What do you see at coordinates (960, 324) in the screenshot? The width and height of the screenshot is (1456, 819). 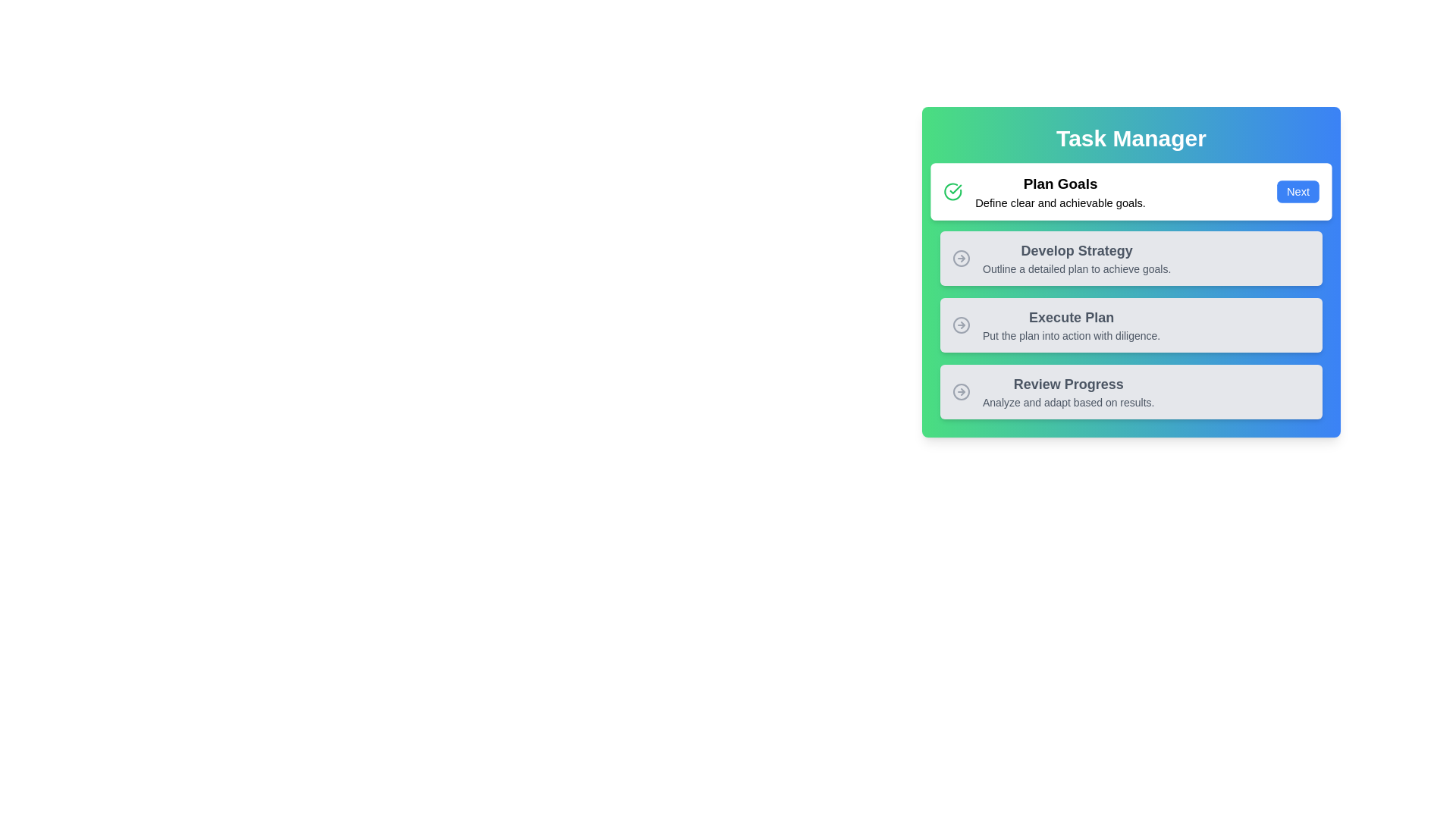 I see `the circular icon with a right-pointing gray arrow located to the left of the 'Execute Plan' text in the 'Execute Plan' section of the Task Manager interface for navigational action` at bounding box center [960, 324].